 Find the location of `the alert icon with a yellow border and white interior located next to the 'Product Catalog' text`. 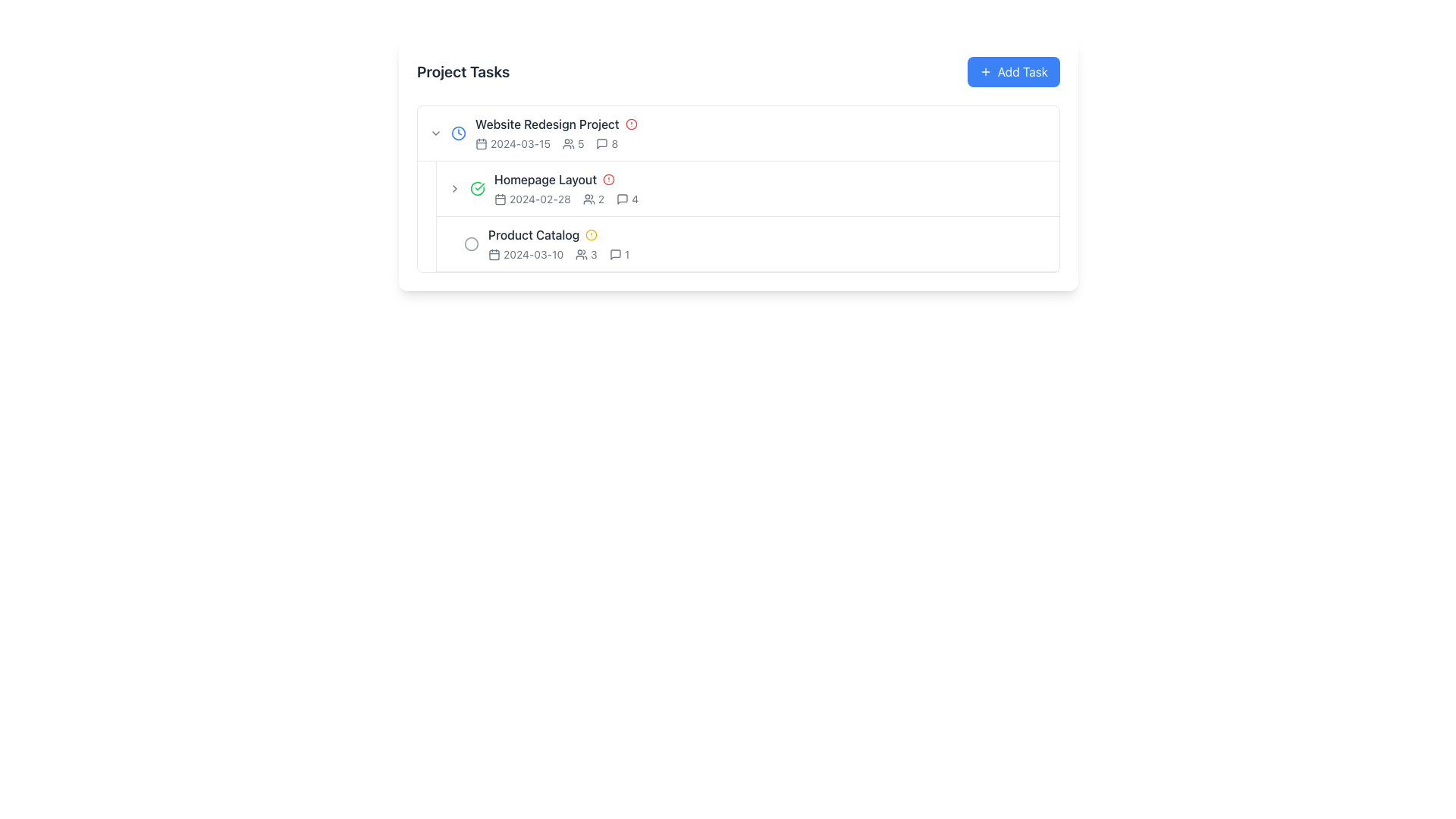

the alert icon with a yellow border and white interior located next to the 'Product Catalog' text is located at coordinates (591, 234).